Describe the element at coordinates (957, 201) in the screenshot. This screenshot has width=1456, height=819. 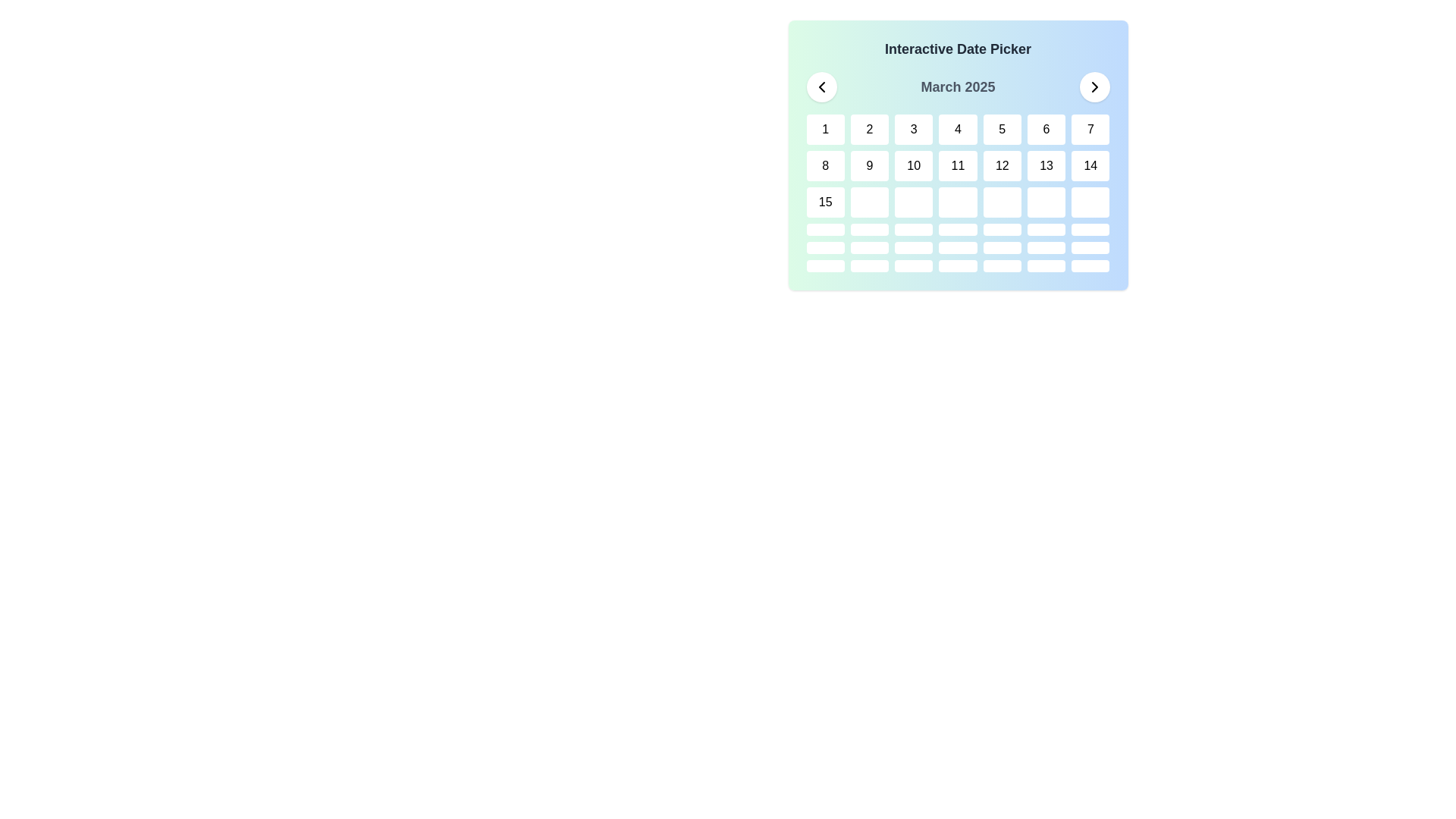
I see `the interactive button in the date picker interface located in the fourth column of the fourth row to trigger a hover effect` at that location.